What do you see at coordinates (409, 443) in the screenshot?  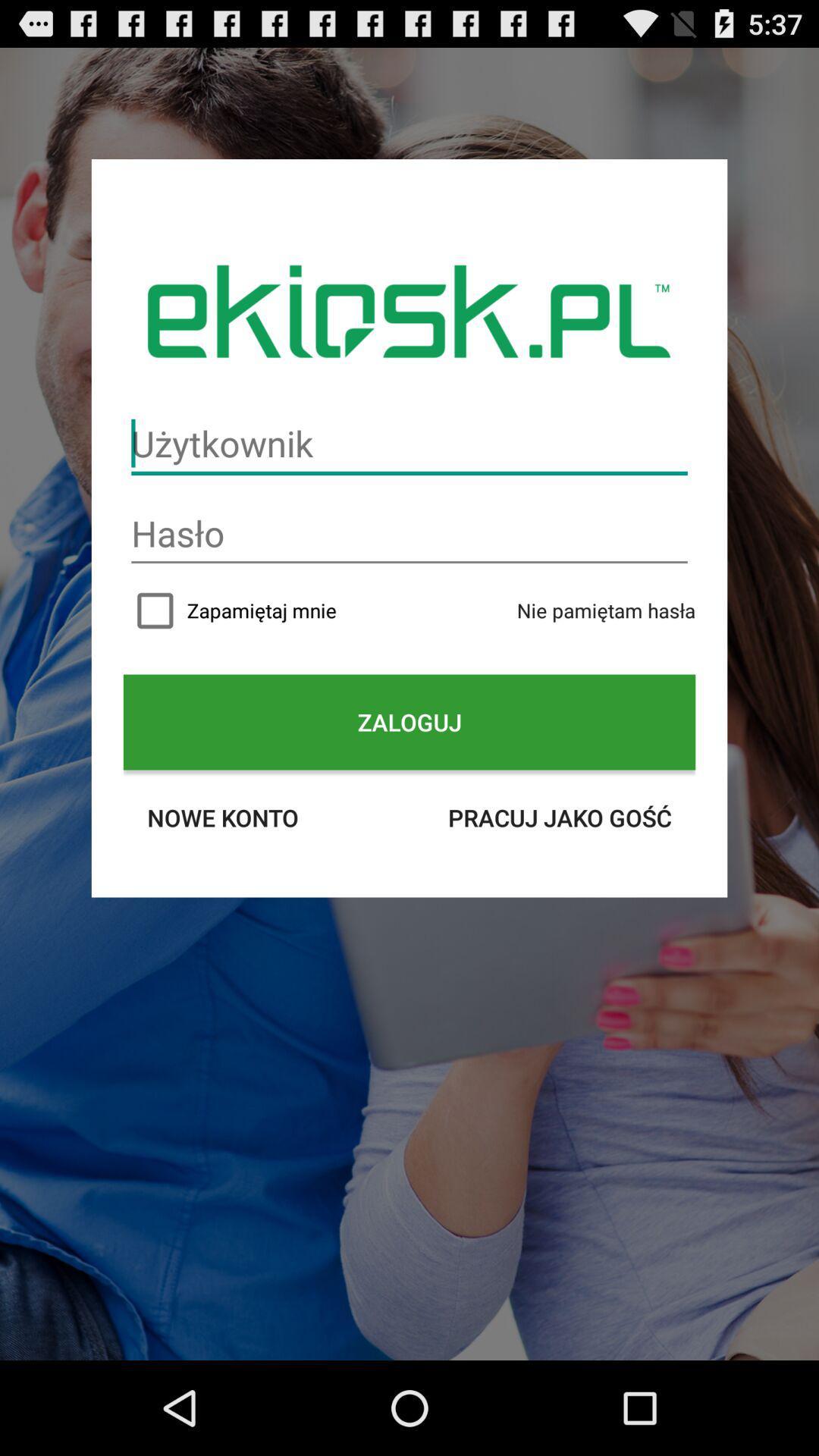 I see `uytkownik` at bounding box center [409, 443].